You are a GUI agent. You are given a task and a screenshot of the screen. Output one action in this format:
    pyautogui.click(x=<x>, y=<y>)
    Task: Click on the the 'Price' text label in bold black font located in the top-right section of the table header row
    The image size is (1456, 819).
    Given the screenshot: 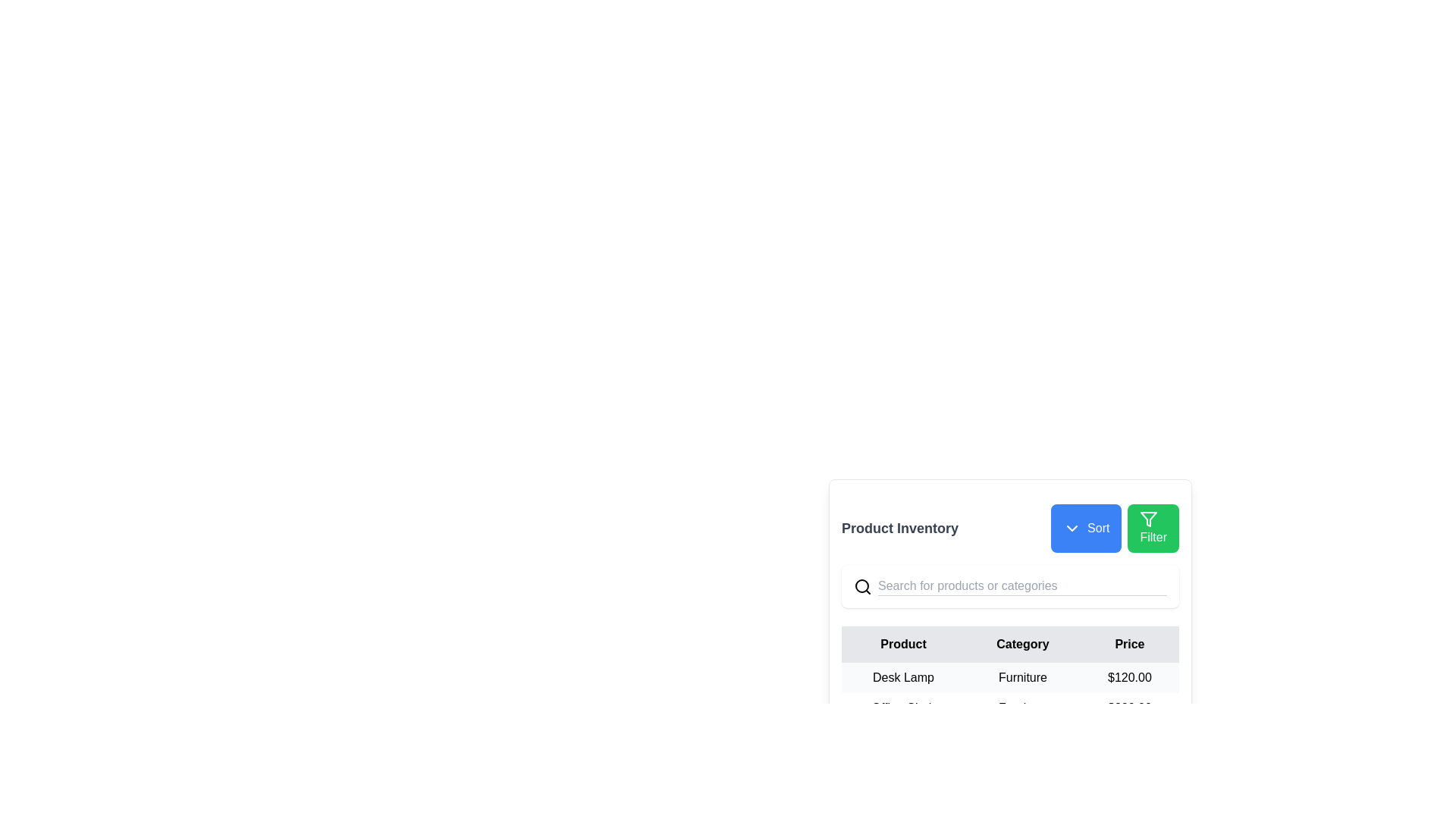 What is the action you would take?
    pyautogui.click(x=1129, y=644)
    